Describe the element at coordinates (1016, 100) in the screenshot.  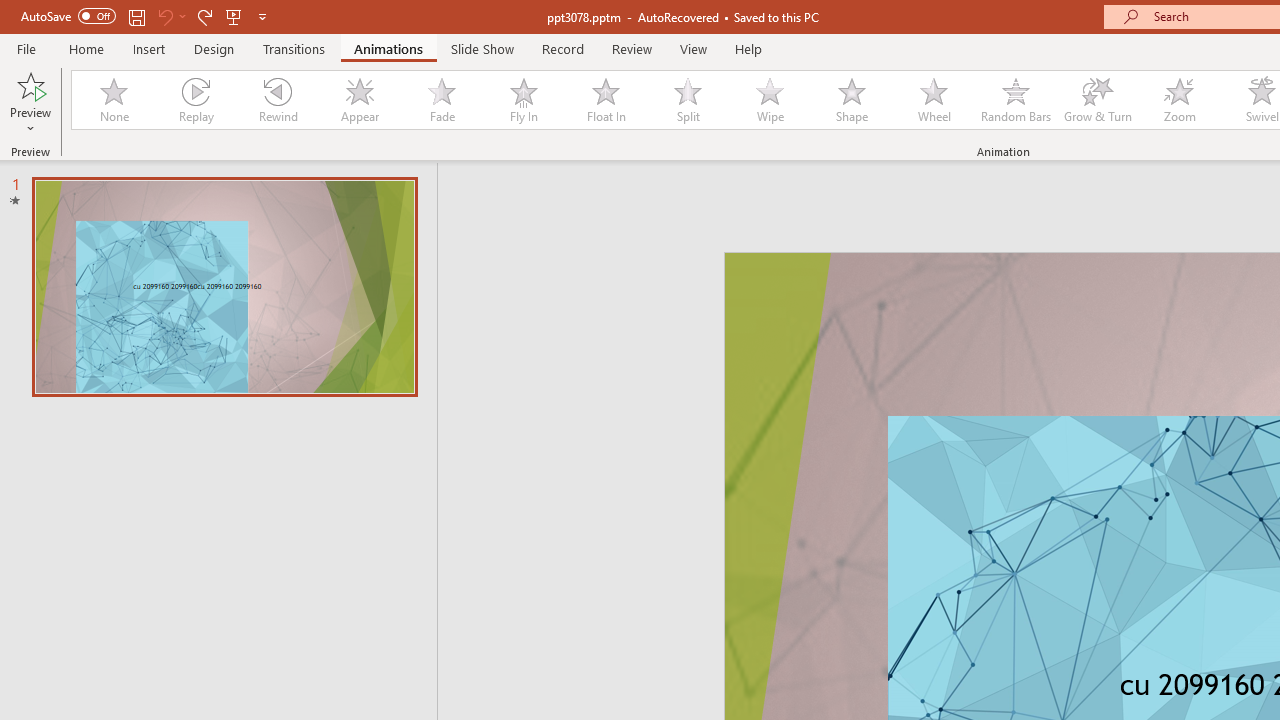
I see `'Random Bars'` at that location.